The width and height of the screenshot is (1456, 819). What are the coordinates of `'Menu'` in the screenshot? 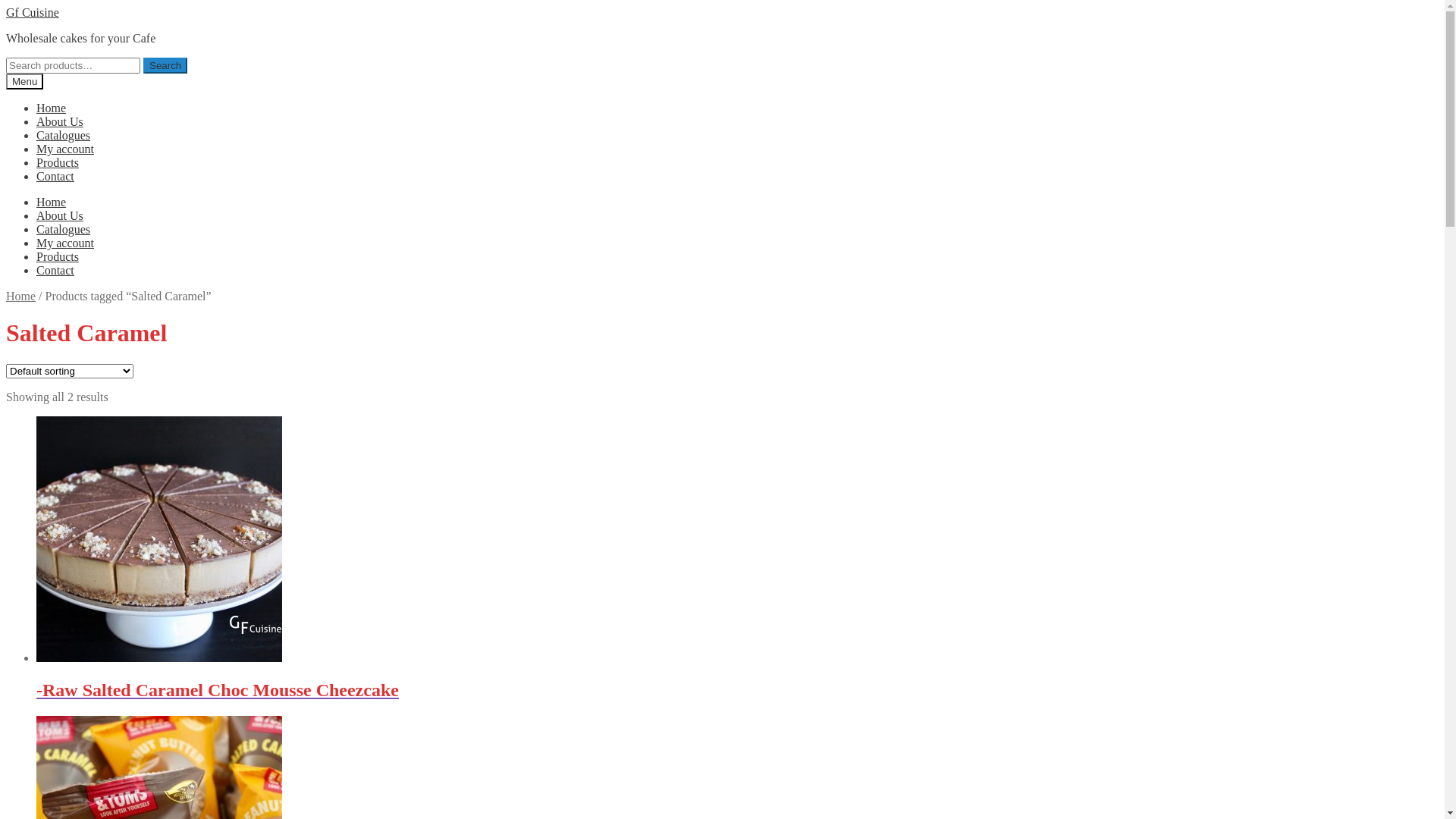 It's located at (24, 81).